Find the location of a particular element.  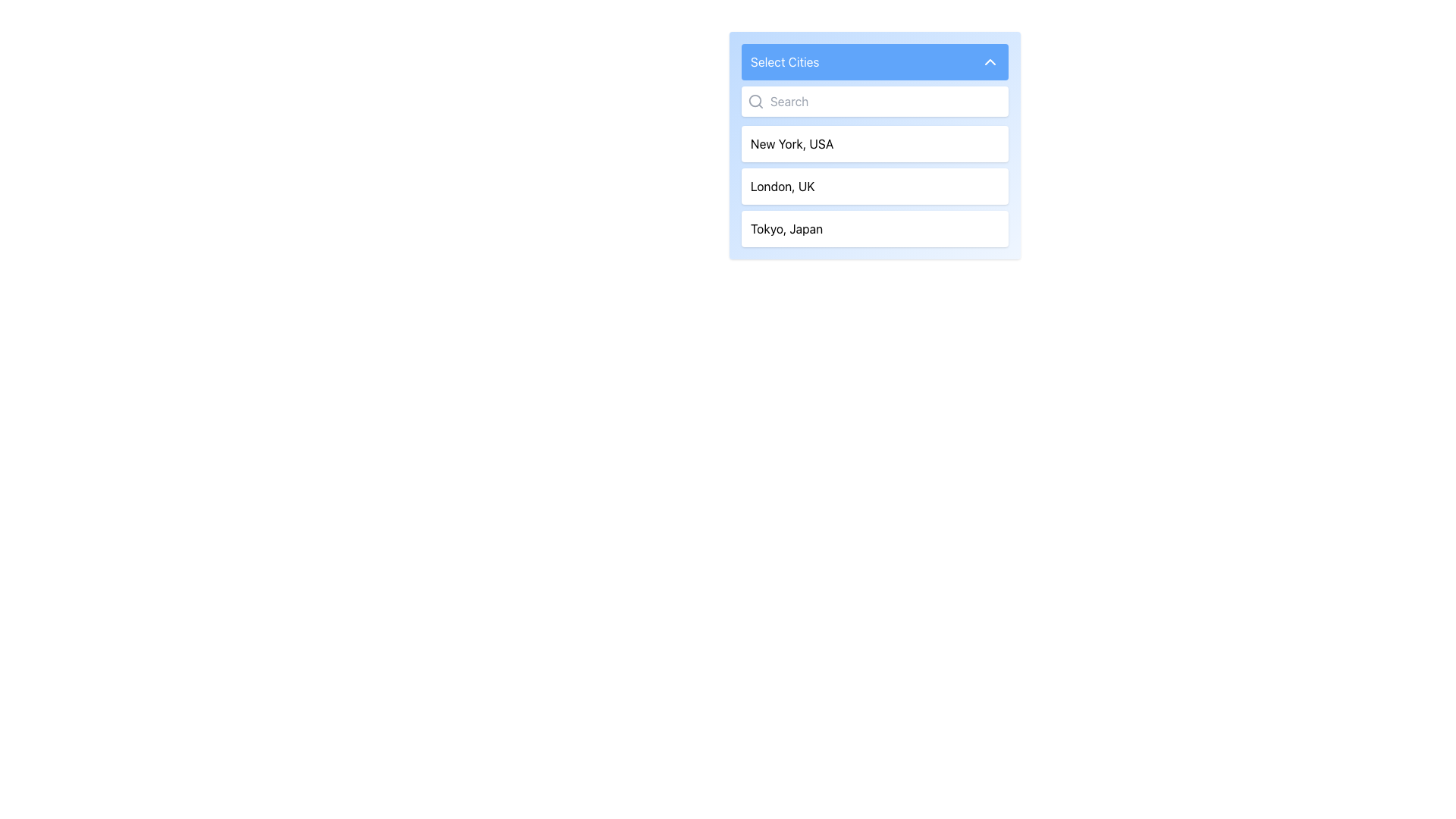

the first option in the dropdown menu that allows users to select 'New York, USA' is located at coordinates (874, 146).